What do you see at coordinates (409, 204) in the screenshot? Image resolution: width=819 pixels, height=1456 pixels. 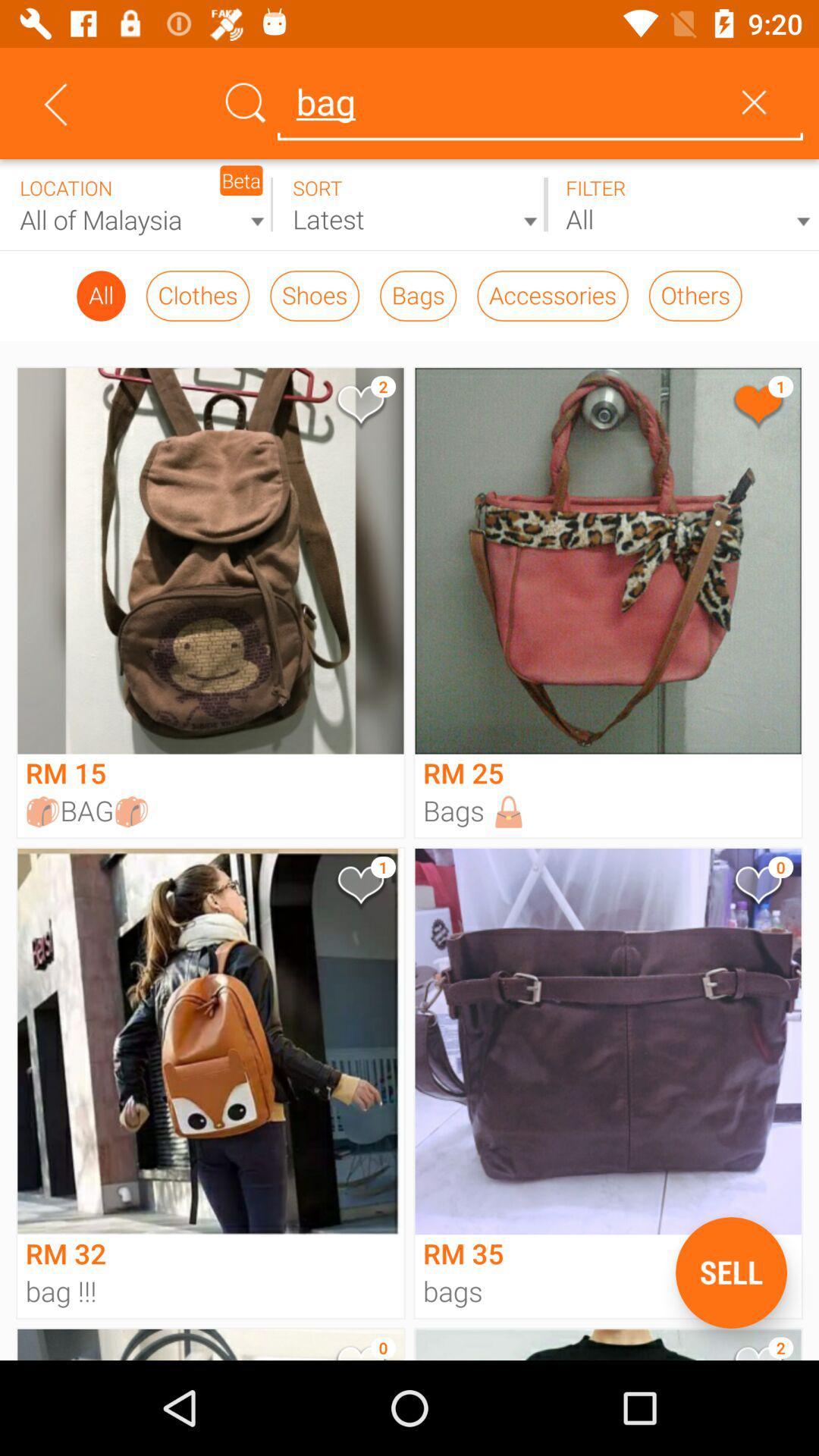 I see `recent products` at bounding box center [409, 204].